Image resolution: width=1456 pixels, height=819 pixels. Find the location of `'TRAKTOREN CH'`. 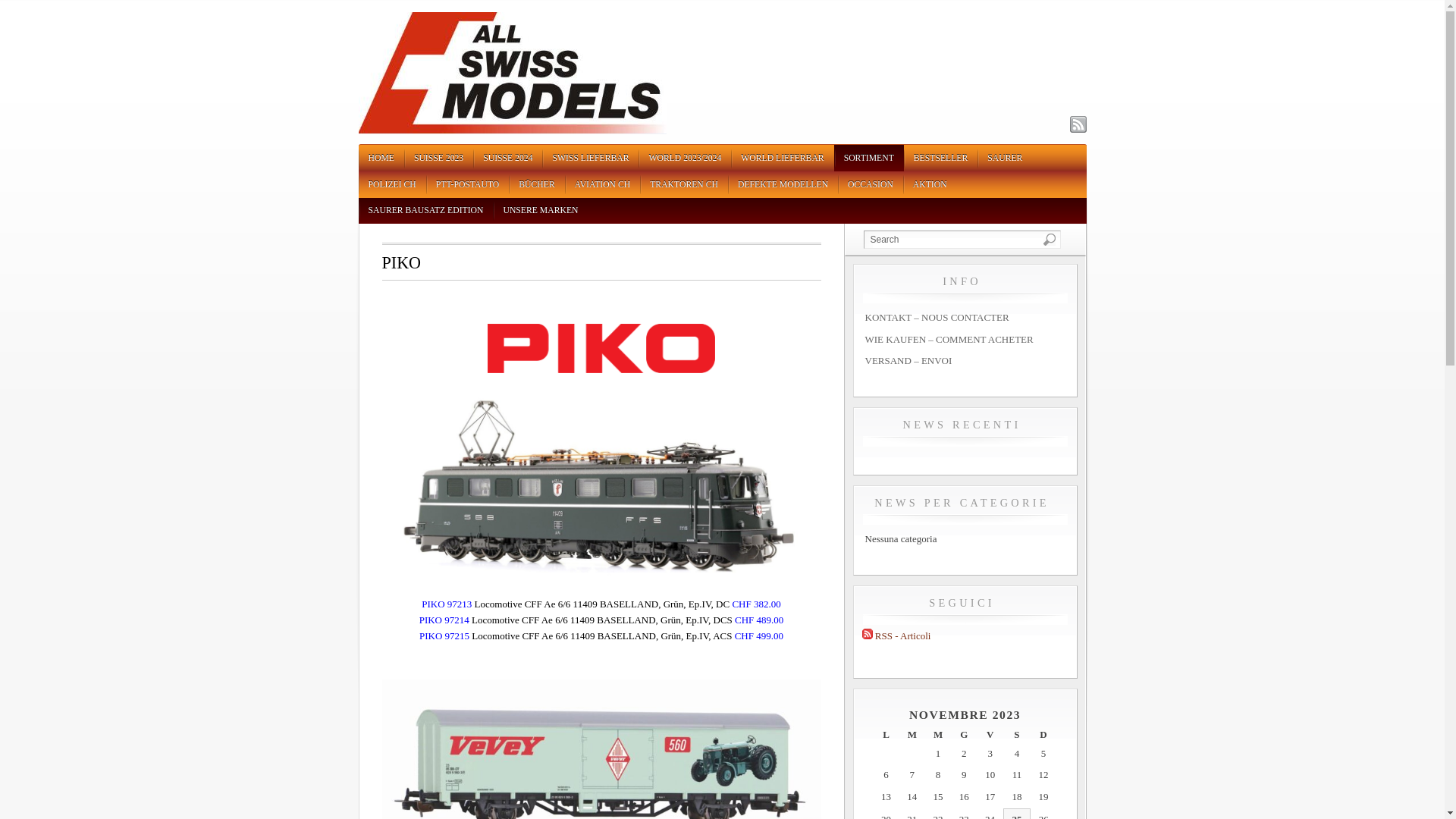

'TRAKTOREN CH' is located at coordinates (683, 184).